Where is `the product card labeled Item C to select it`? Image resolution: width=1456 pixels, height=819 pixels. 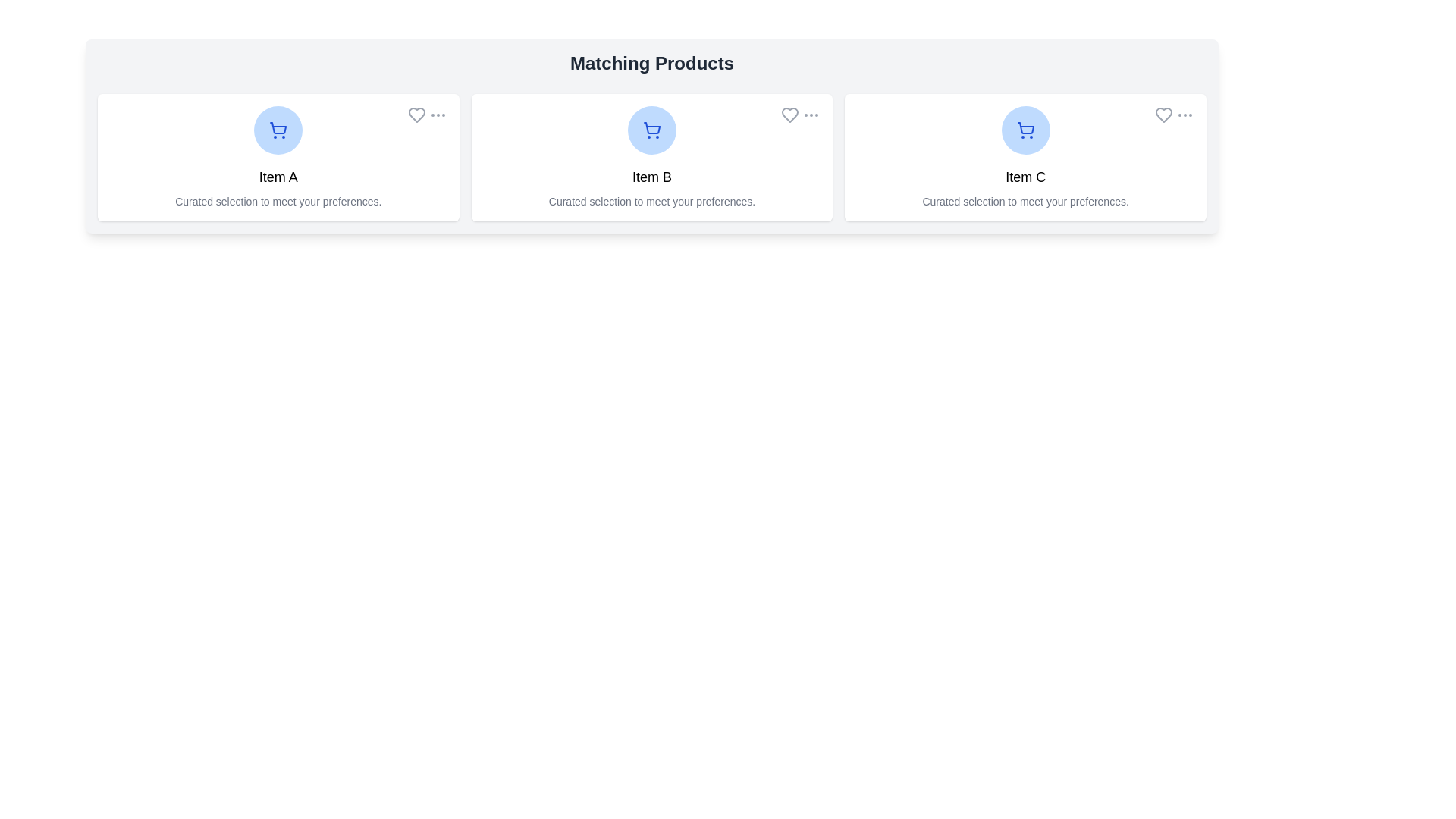 the product card labeled Item C to select it is located at coordinates (1026, 158).